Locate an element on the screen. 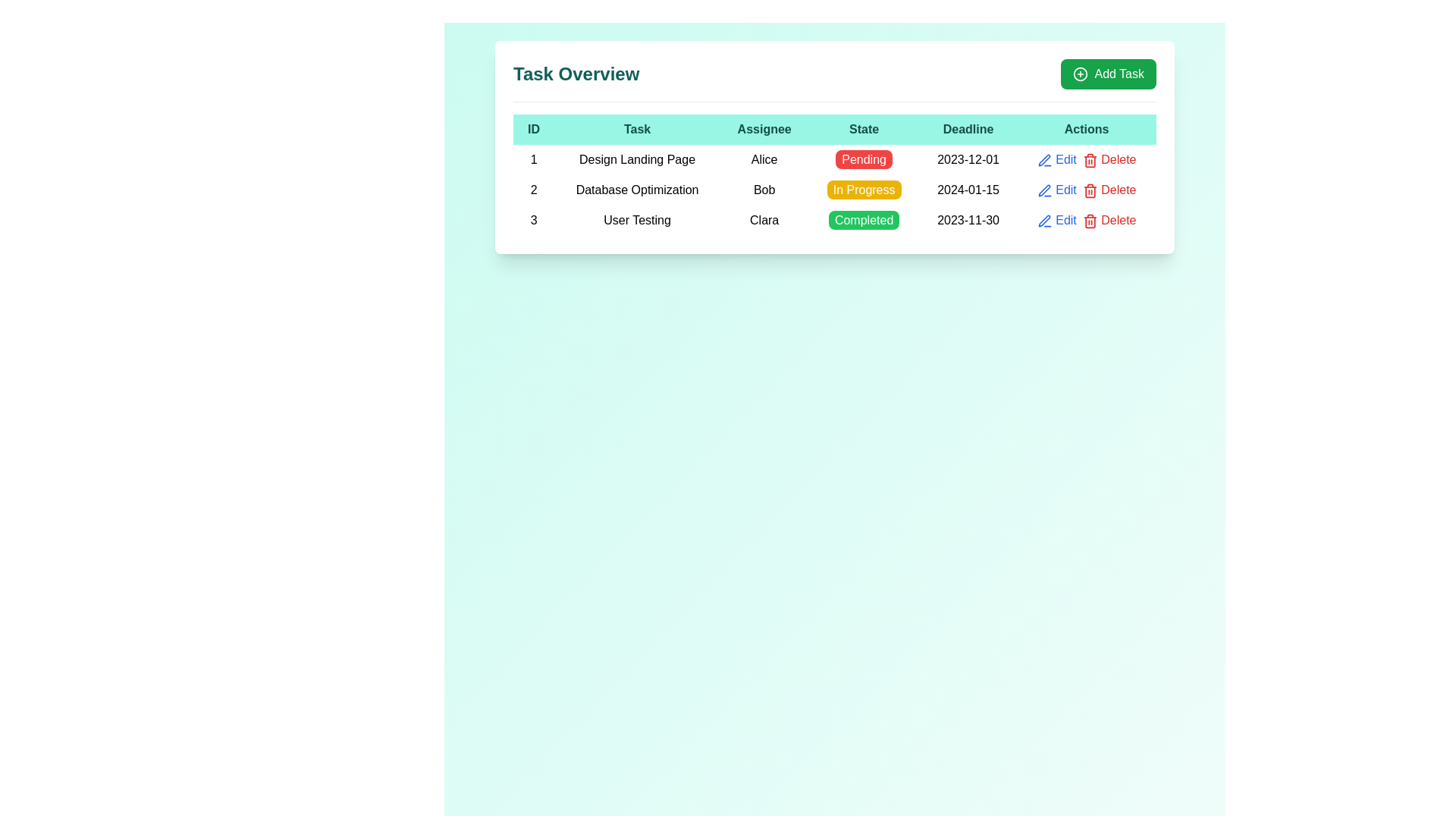 The width and height of the screenshot is (1456, 819). the rounded rectangular badge with a yellow background and white text that displays 'In Progress', located in the 'State' column of the second row in the 'Task Overview' section, aligned with the 'Database Optimization' task and 'Bob' assignee is located at coordinates (864, 189).